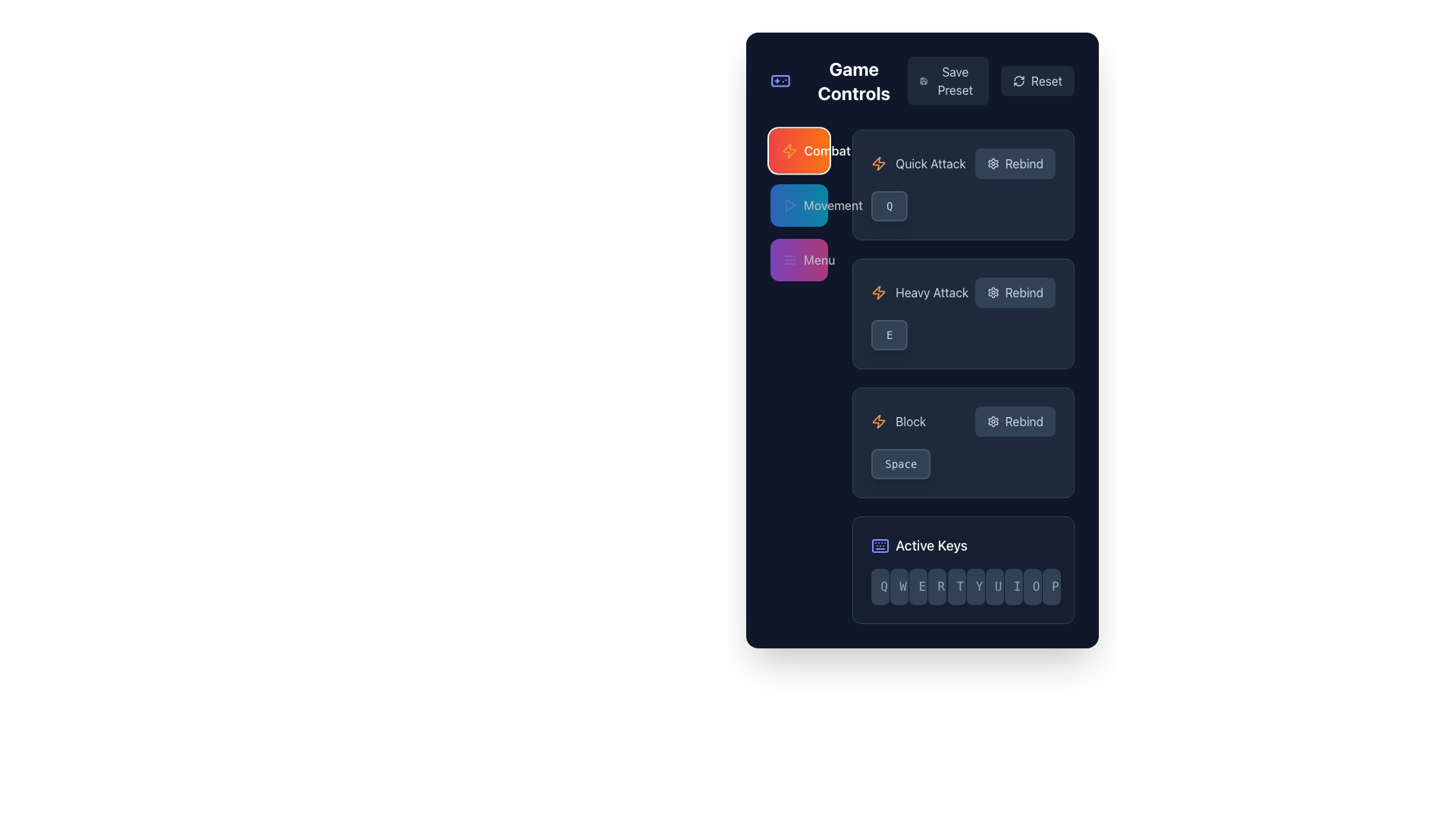 The width and height of the screenshot is (1456, 819). I want to click on the 'Q' key representation button in the 'Active Keys' section, which is the first button in a horizontal sequence of ten key-like elements, so click(880, 586).